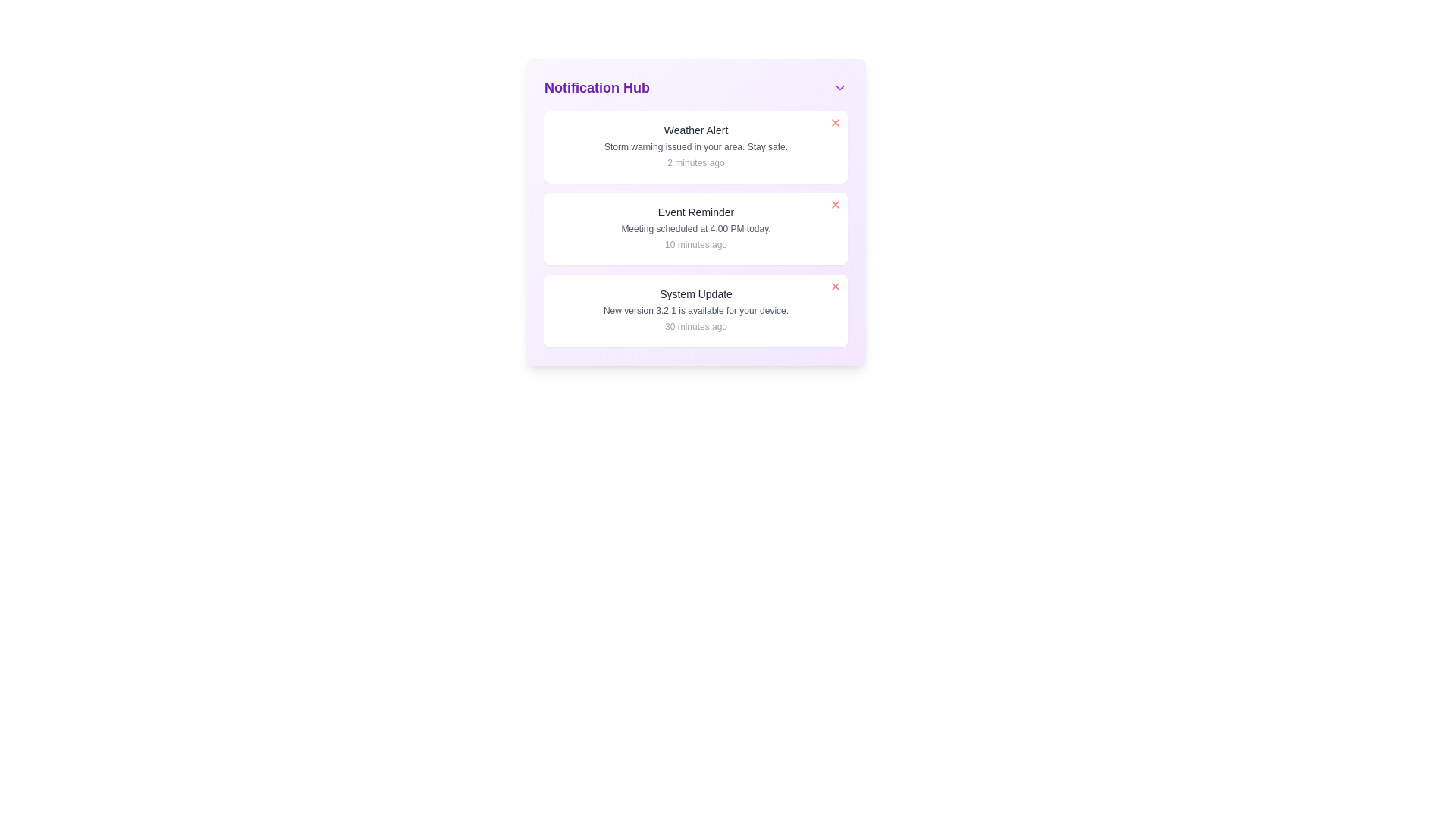 Image resolution: width=1456 pixels, height=819 pixels. Describe the element at coordinates (835, 287) in the screenshot. I see `the red 'X' icon button located at the top-right corner of the 'System Update' notification block` at that location.